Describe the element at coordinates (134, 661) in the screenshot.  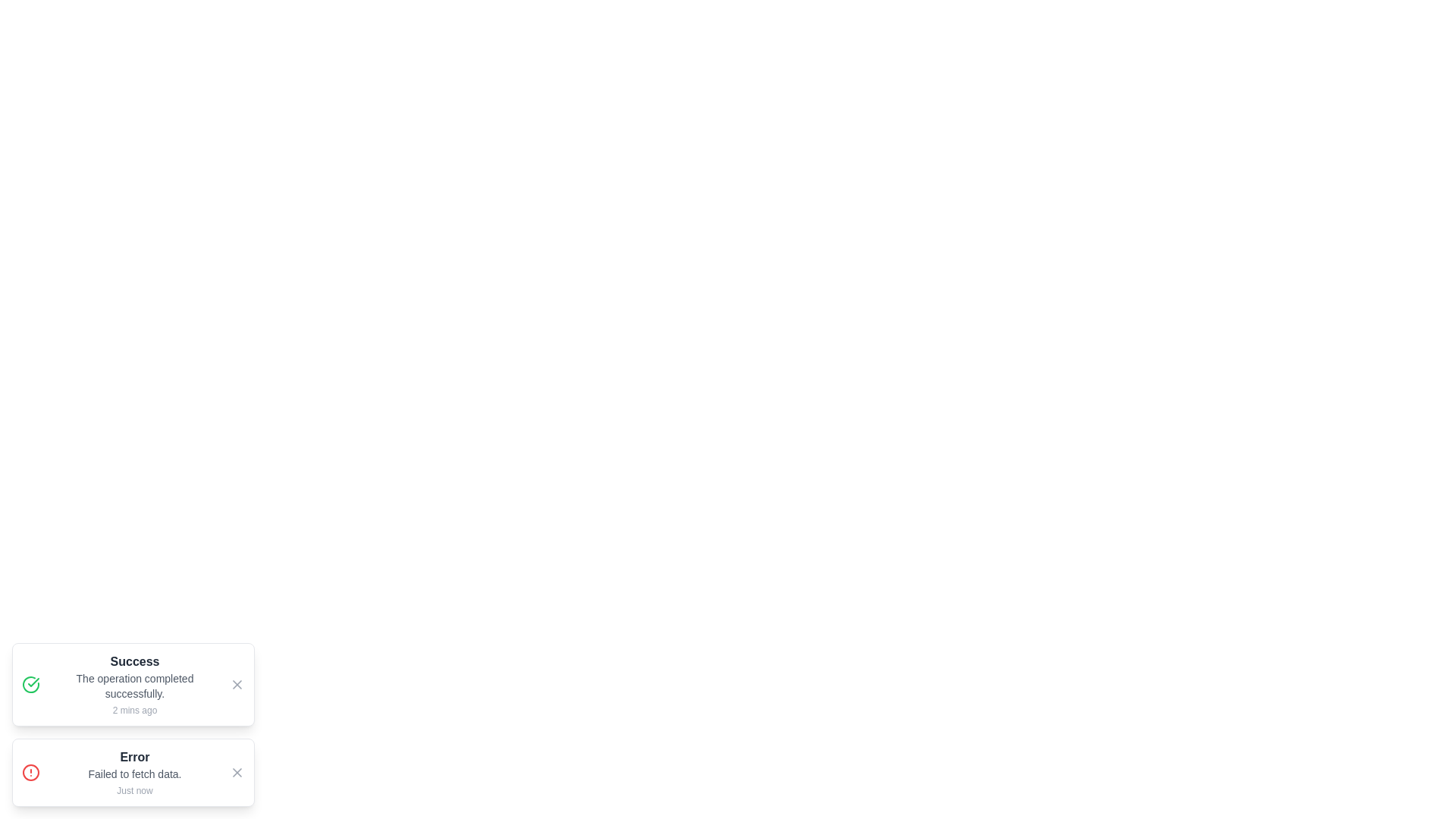
I see `the bold text label reading 'Success', which is styled in dark gray and positioned at the top of a rectangular card indicating a successful operation` at that location.